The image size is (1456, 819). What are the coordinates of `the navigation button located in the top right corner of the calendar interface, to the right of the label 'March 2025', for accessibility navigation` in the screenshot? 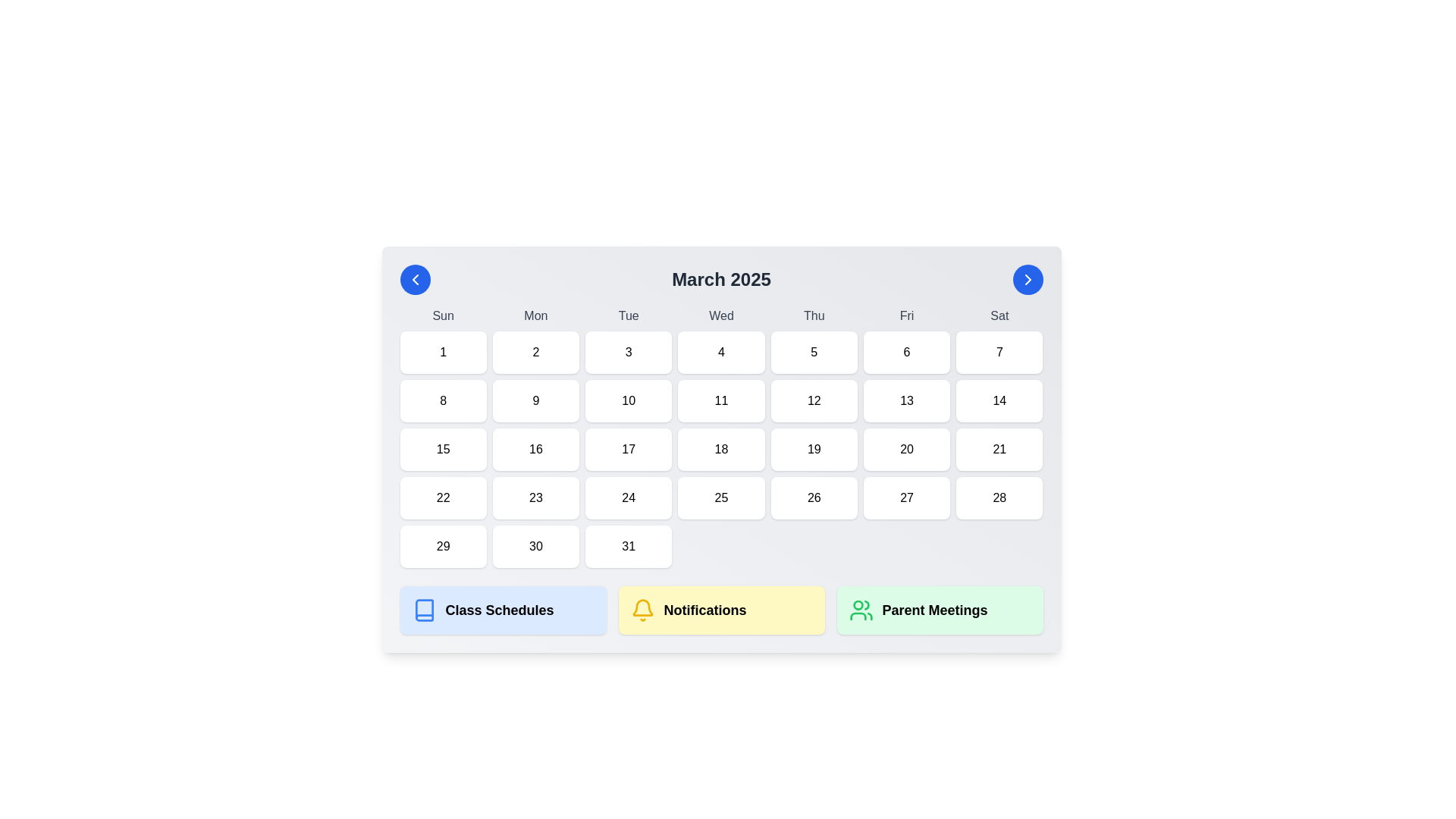 It's located at (1028, 280).